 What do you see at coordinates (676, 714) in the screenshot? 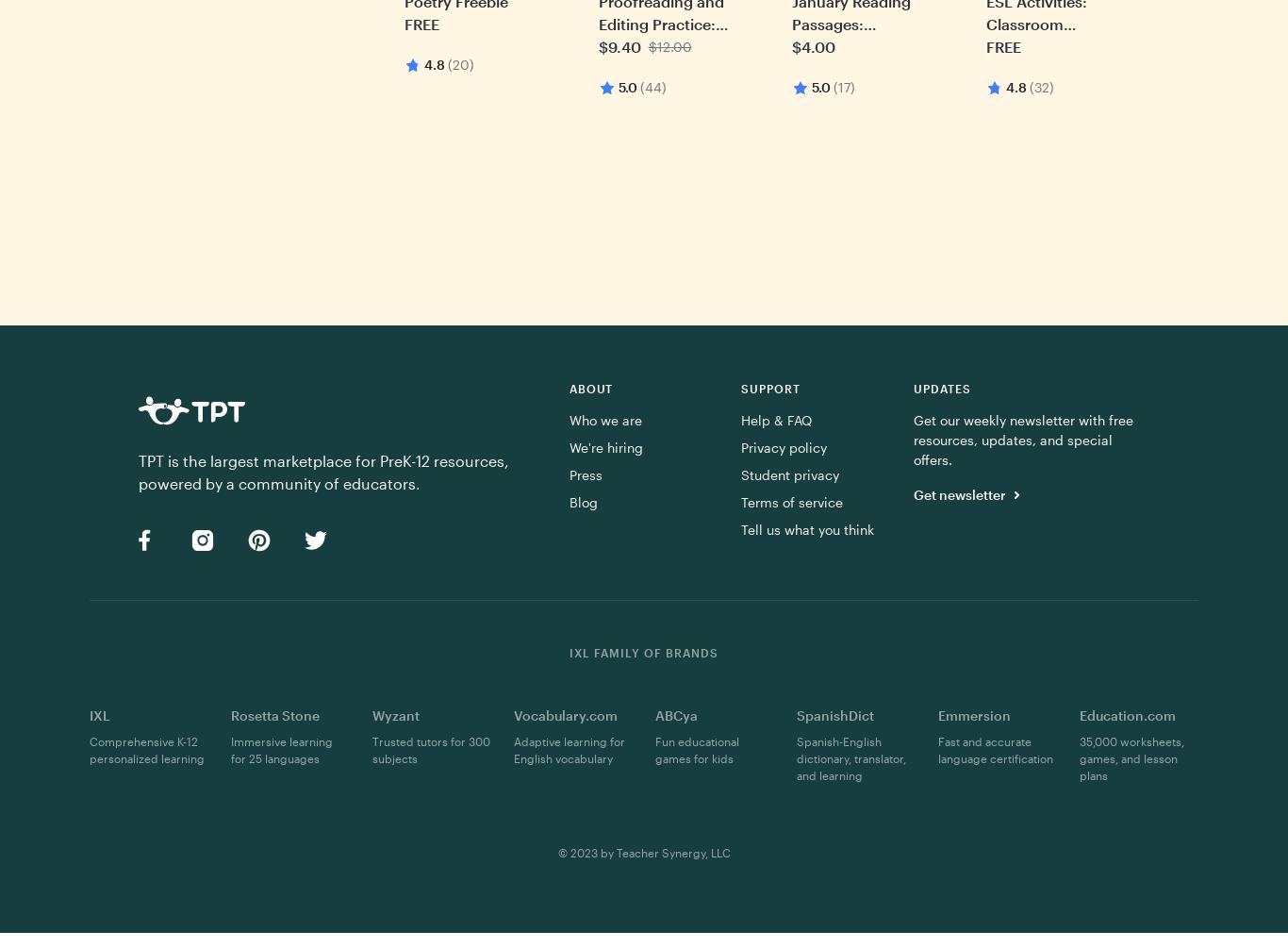
I see `'ABCya'` at bounding box center [676, 714].